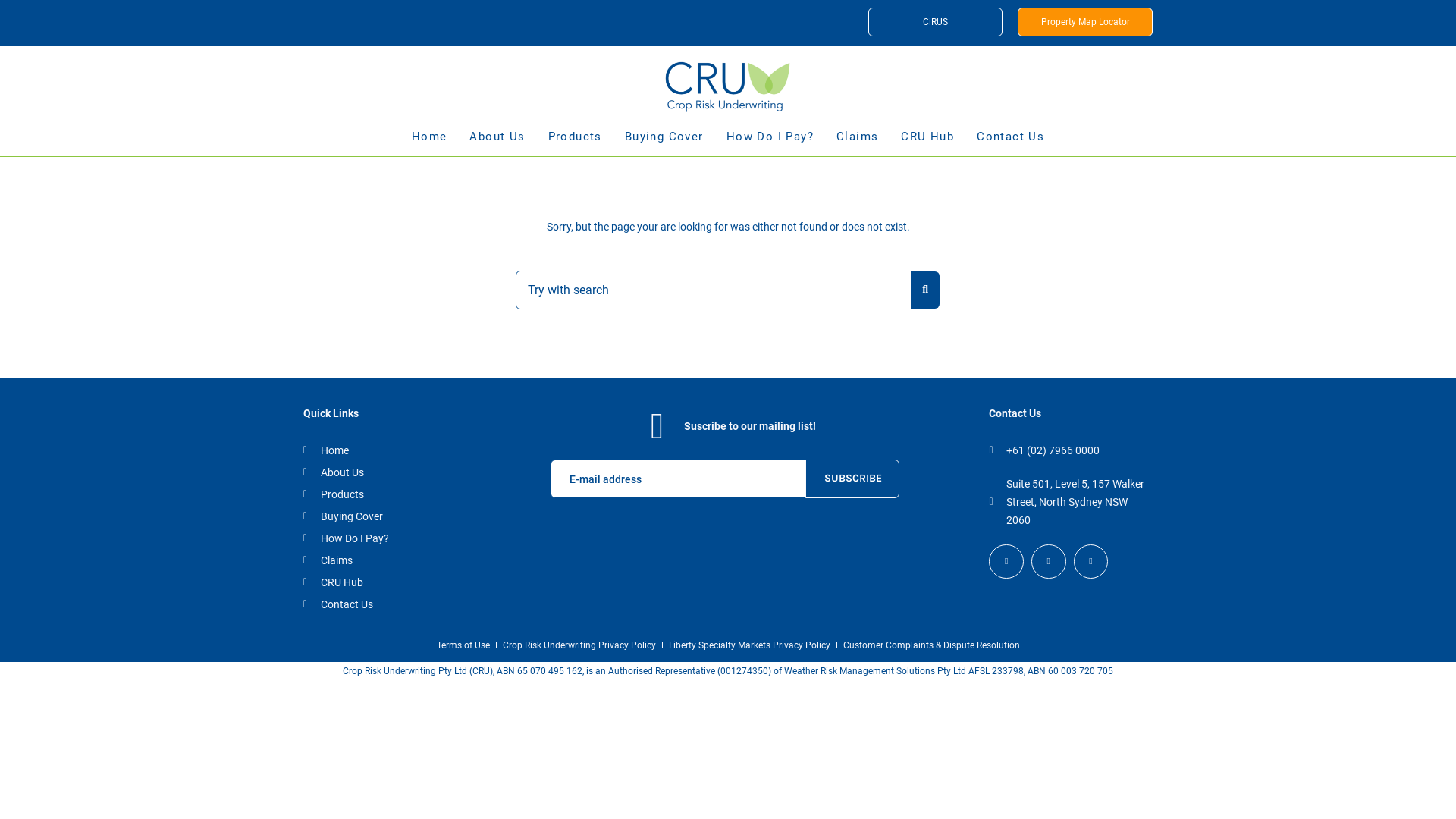 The image size is (1456, 819). What do you see at coordinates (497, 143) in the screenshot?
I see `'About Us'` at bounding box center [497, 143].